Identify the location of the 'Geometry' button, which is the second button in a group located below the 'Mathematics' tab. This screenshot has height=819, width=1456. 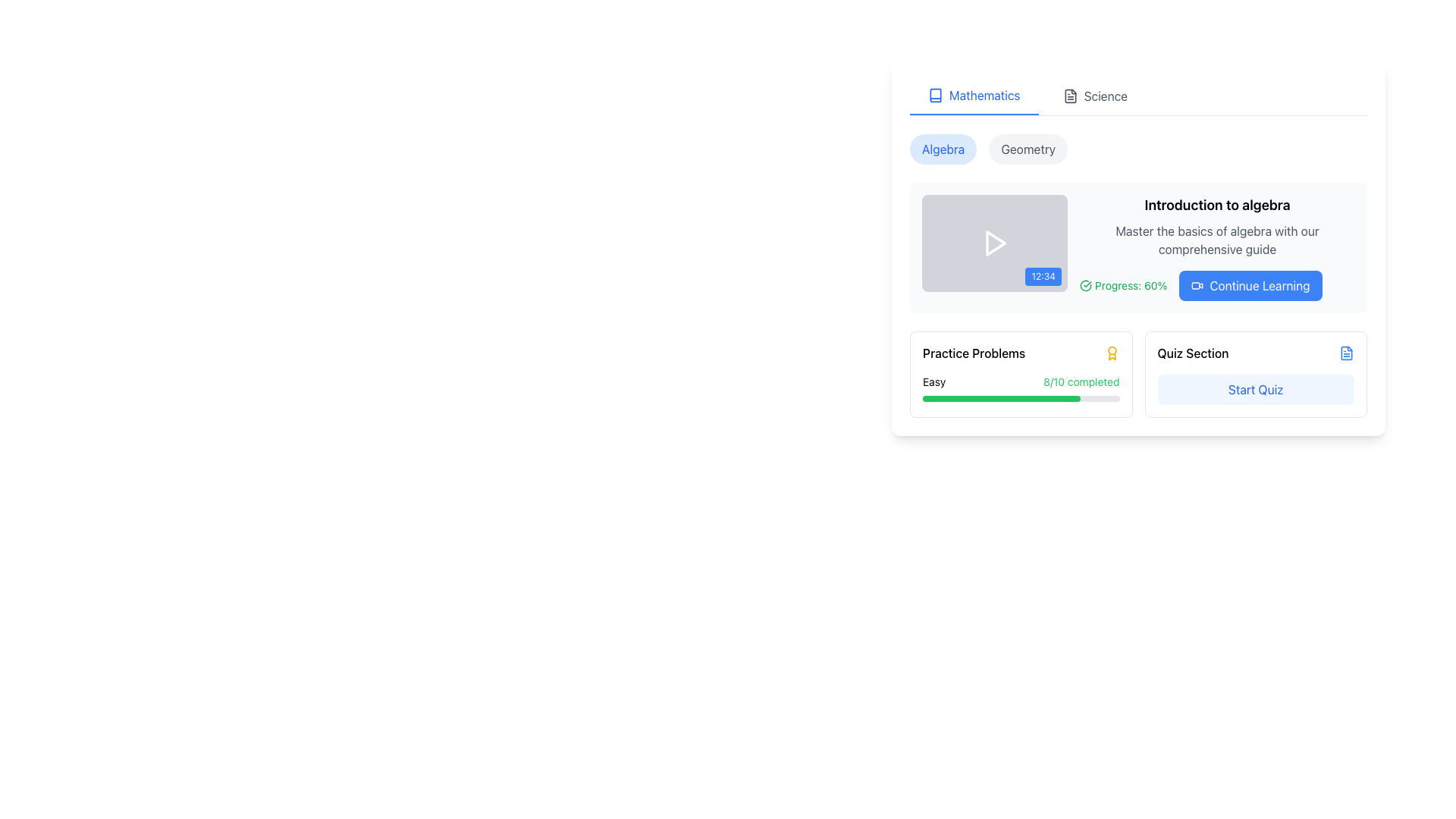
(1028, 149).